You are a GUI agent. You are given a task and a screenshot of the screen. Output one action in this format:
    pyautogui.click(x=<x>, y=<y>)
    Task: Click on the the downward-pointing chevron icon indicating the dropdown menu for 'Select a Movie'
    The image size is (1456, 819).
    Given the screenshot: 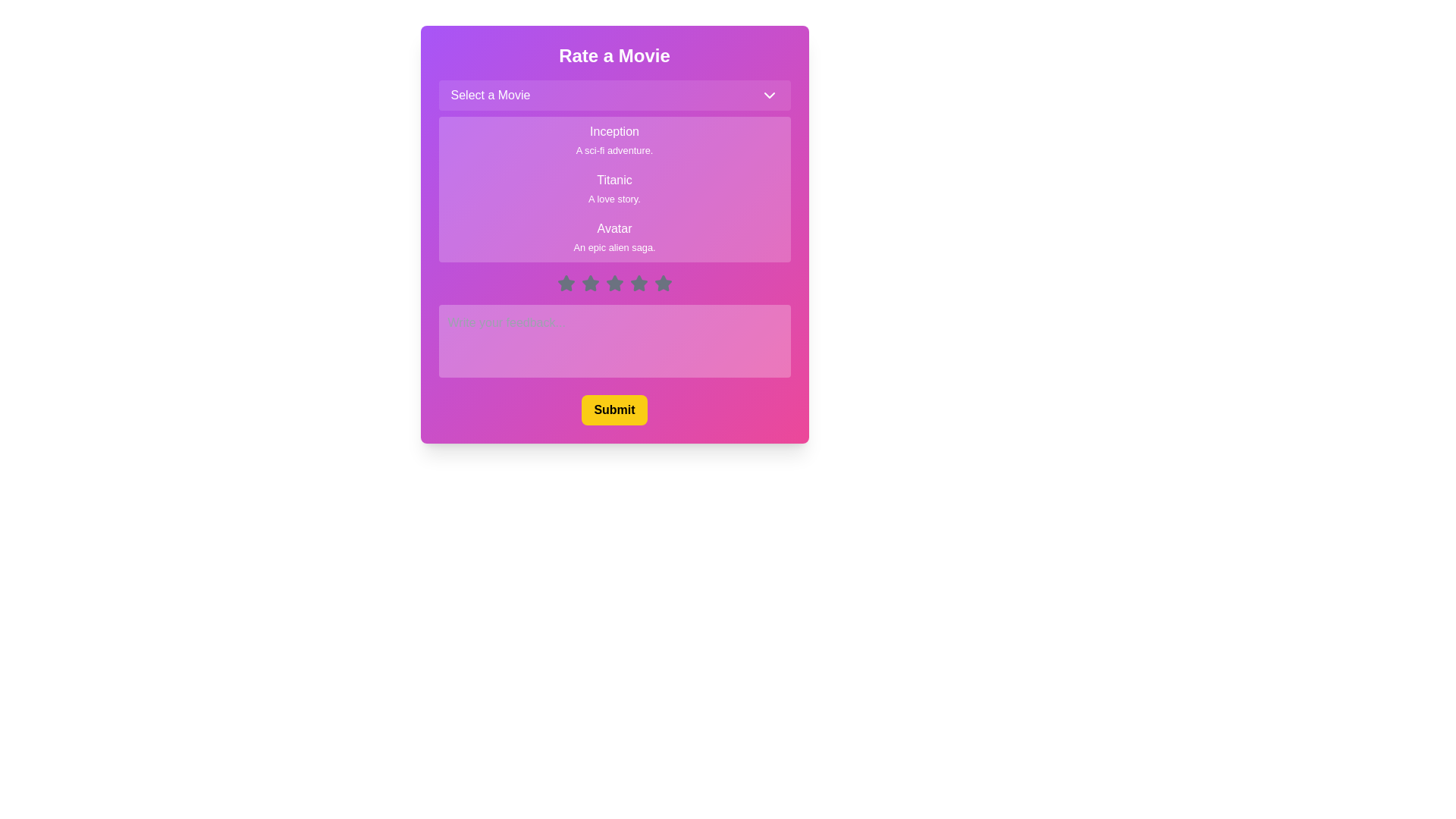 What is the action you would take?
    pyautogui.click(x=769, y=96)
    